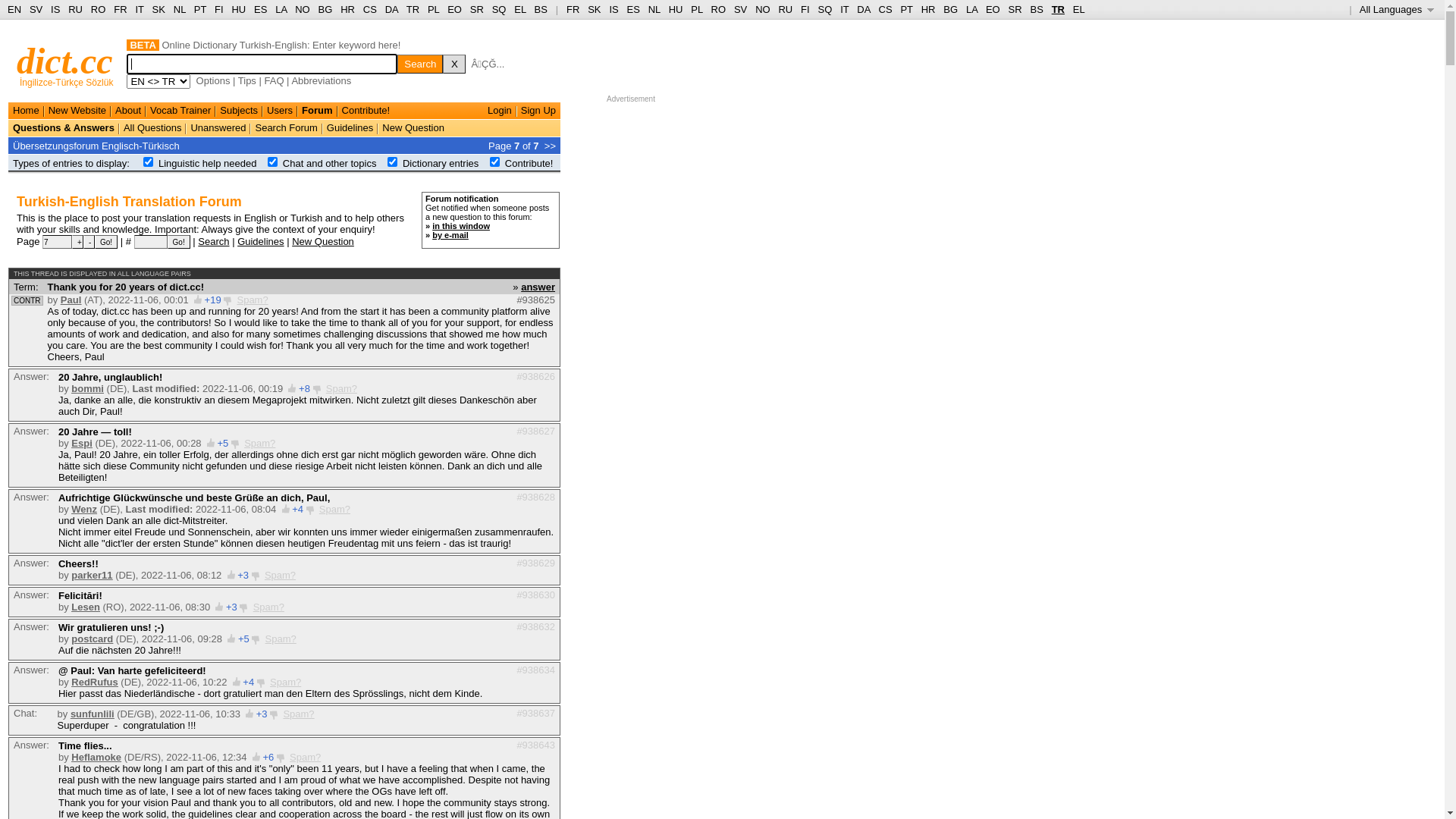 The width and height of the screenshot is (1456, 819). I want to click on 'SQ', so click(499, 9).